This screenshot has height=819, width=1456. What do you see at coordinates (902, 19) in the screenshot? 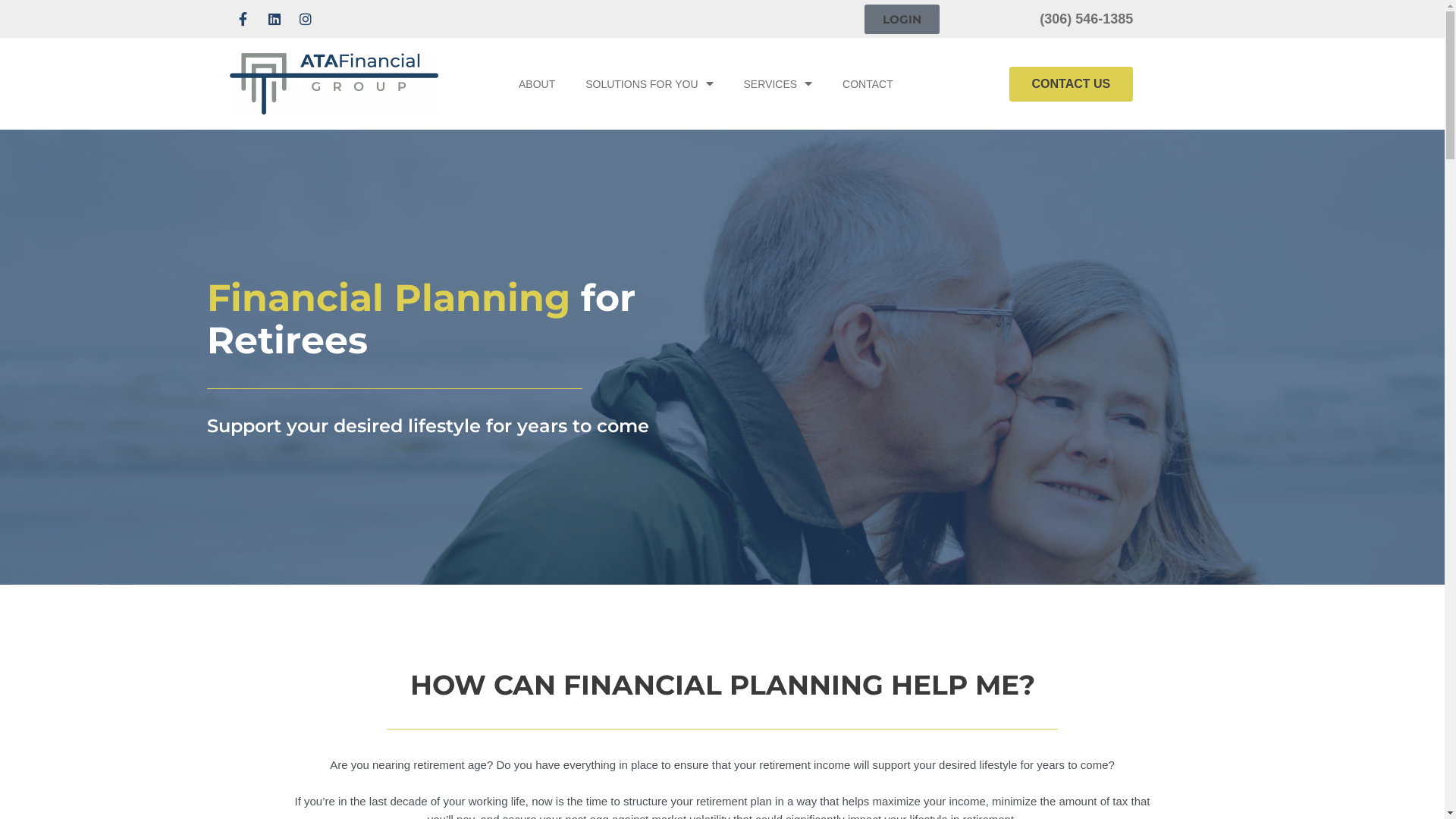
I see `'LOGIN'` at bounding box center [902, 19].